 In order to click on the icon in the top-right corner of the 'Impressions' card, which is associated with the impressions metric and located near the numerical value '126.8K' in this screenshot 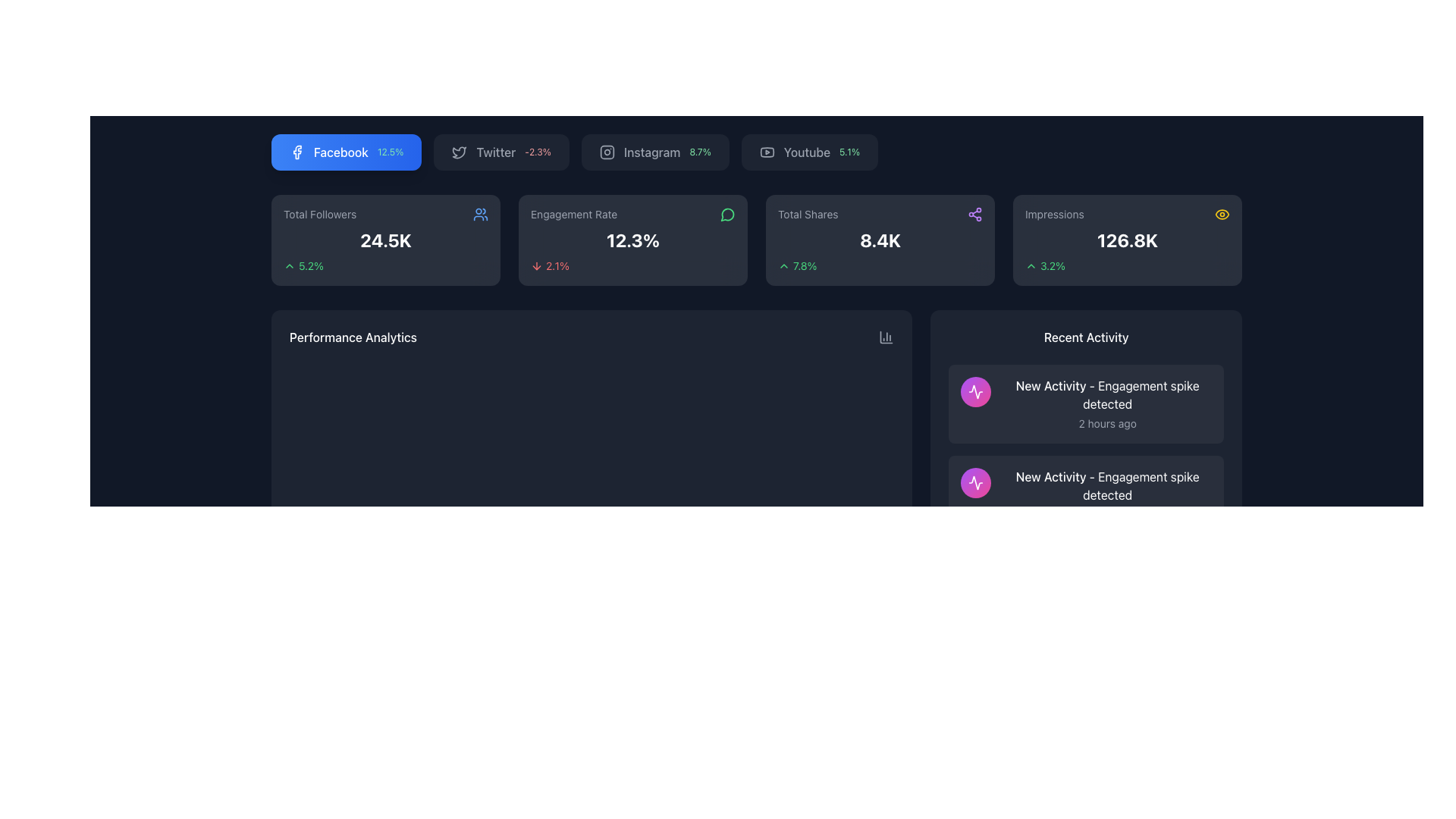, I will do `click(1222, 214)`.